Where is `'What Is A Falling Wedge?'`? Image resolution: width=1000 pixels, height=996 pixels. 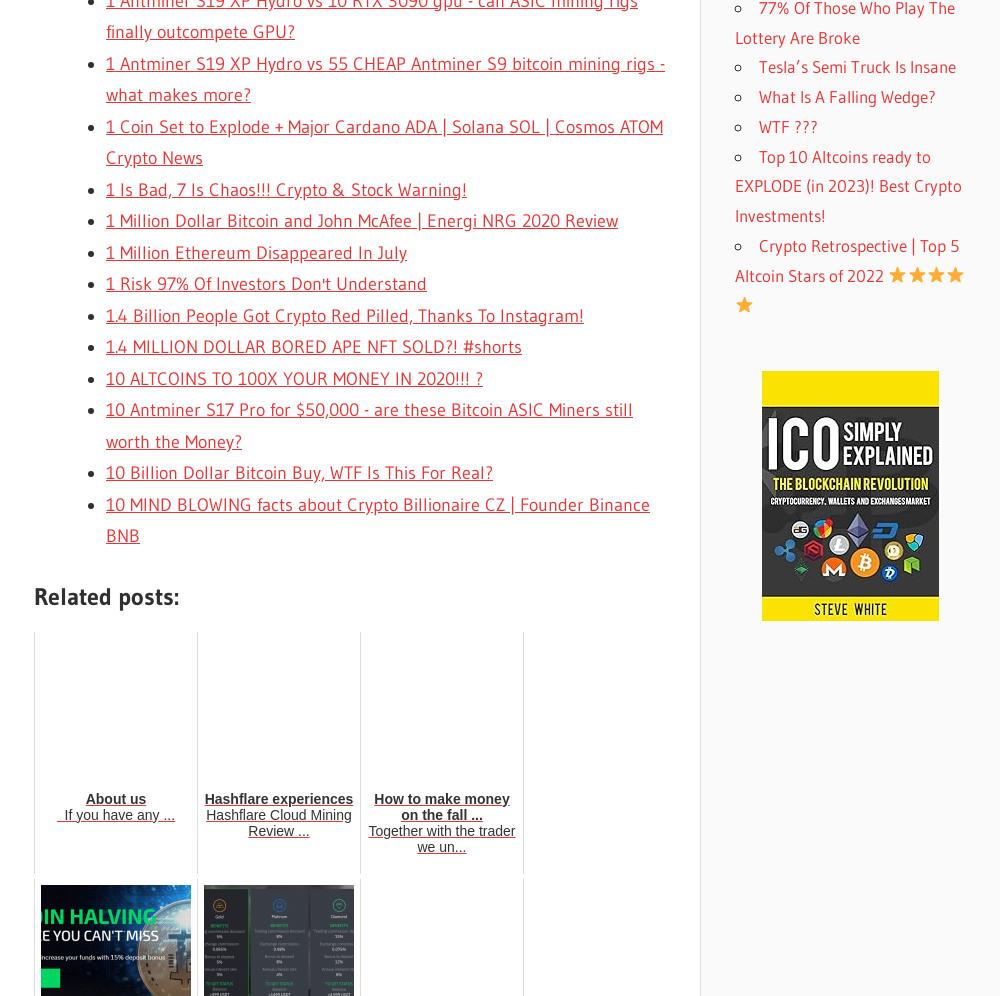
'What Is A Falling Wedge?' is located at coordinates (846, 96).